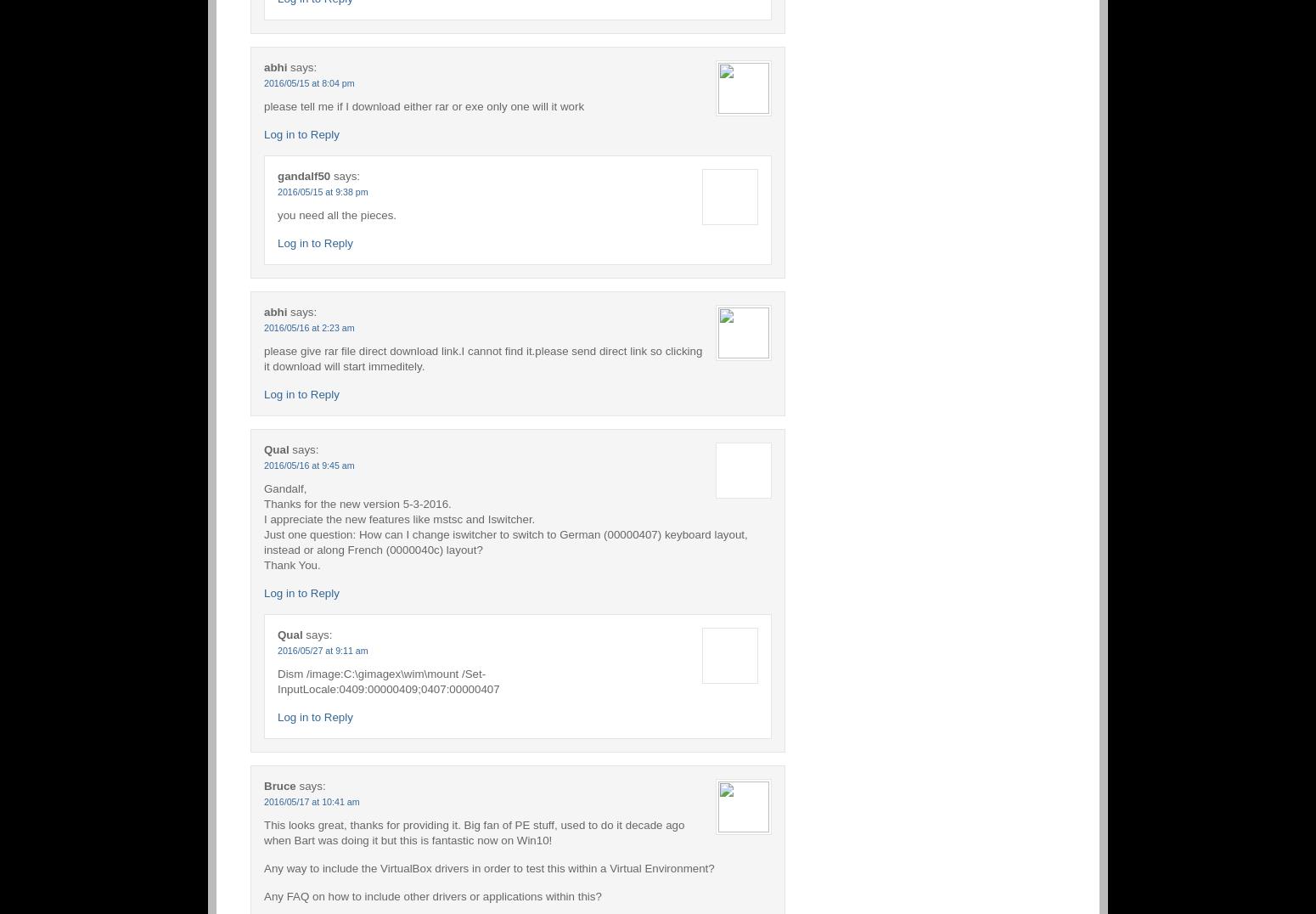 This screenshot has width=1316, height=914. What do you see at coordinates (263, 325) in the screenshot?
I see `'2016/05/16 at 2:23 am'` at bounding box center [263, 325].